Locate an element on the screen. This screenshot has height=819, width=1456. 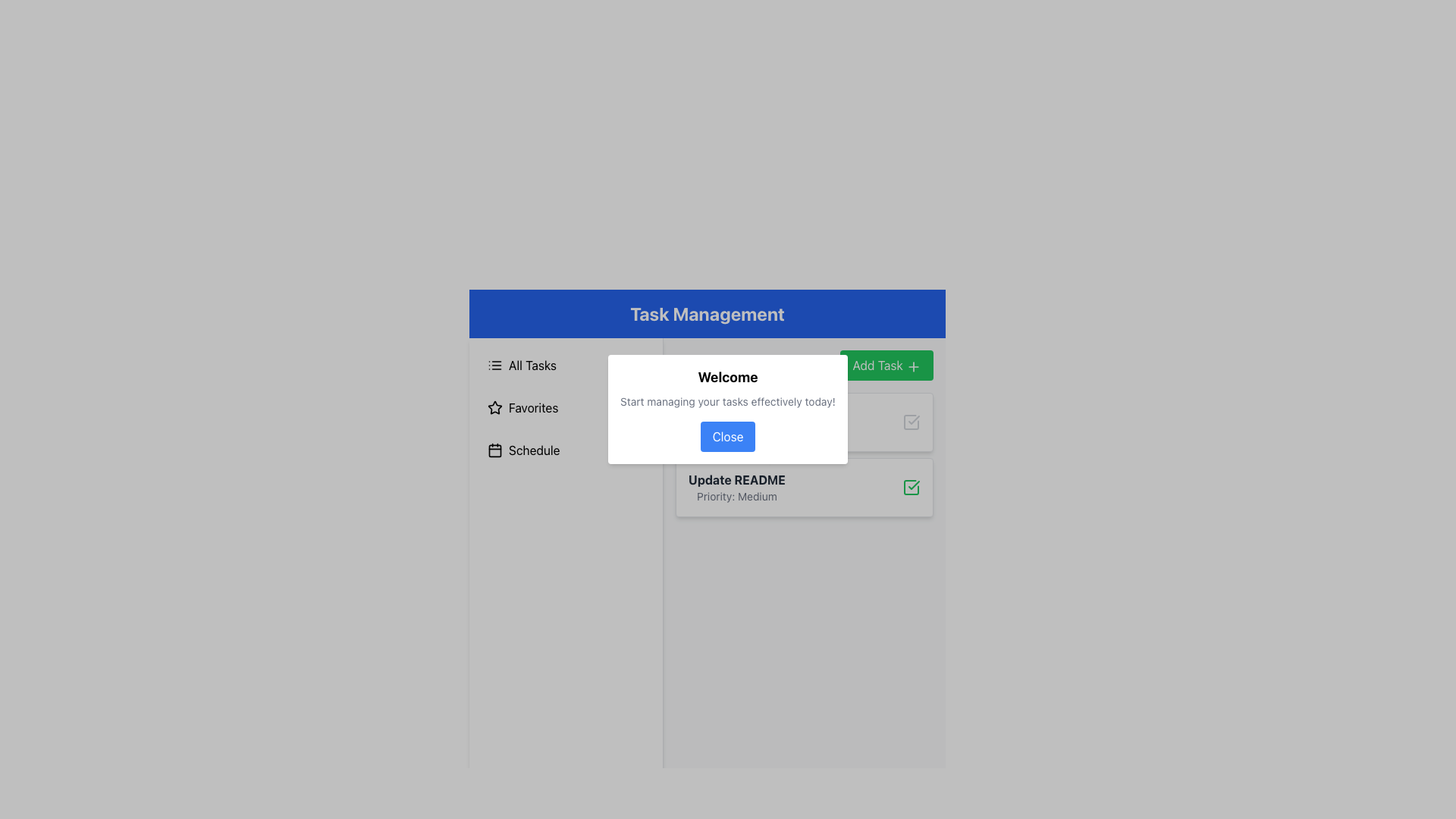
the list icon located to the left of the 'All Tasks' text in the navigation menu is located at coordinates (494, 366).